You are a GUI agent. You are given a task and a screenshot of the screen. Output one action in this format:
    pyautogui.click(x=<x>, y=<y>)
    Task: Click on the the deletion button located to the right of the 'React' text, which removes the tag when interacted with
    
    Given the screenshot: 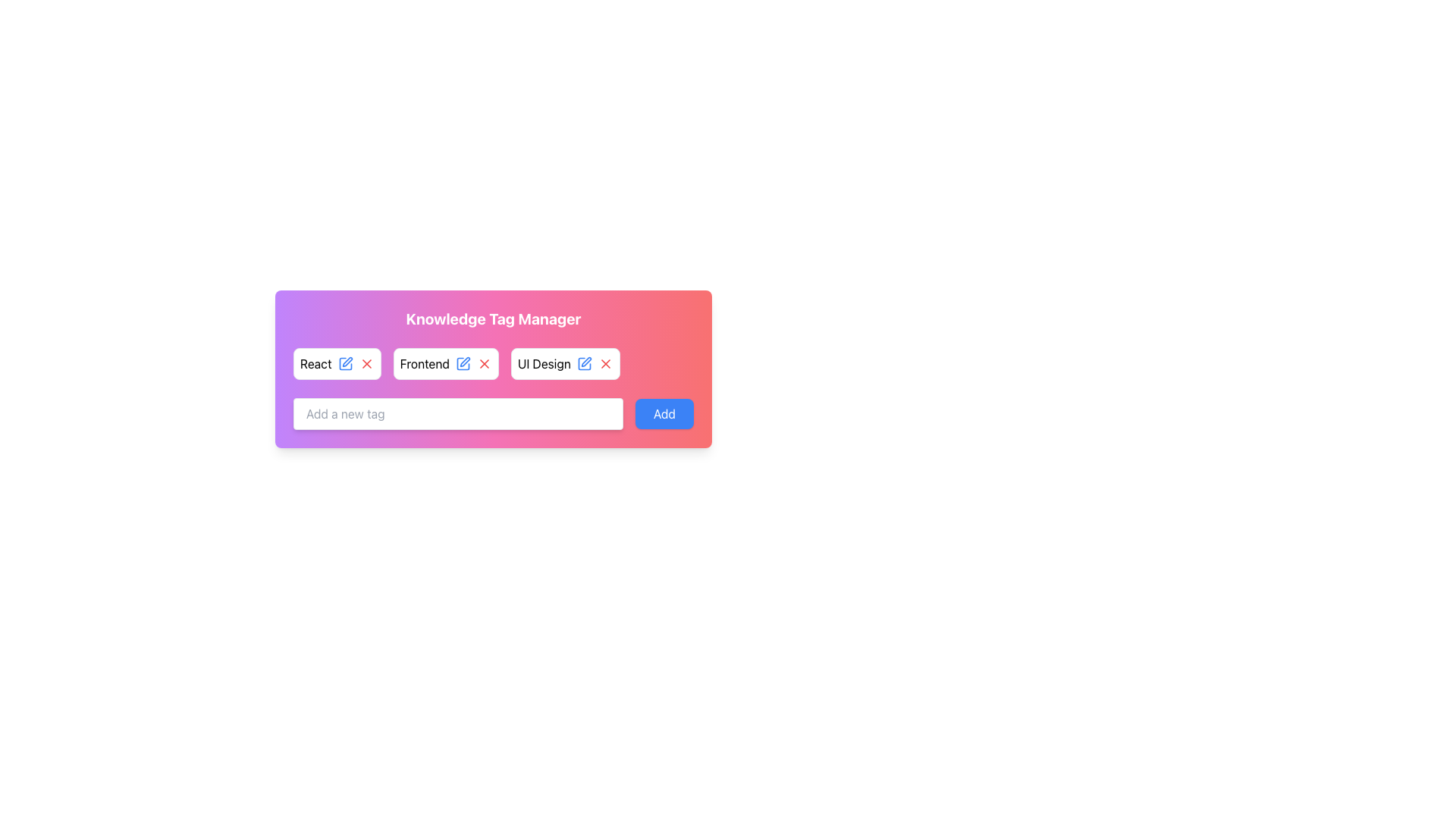 What is the action you would take?
    pyautogui.click(x=366, y=363)
    